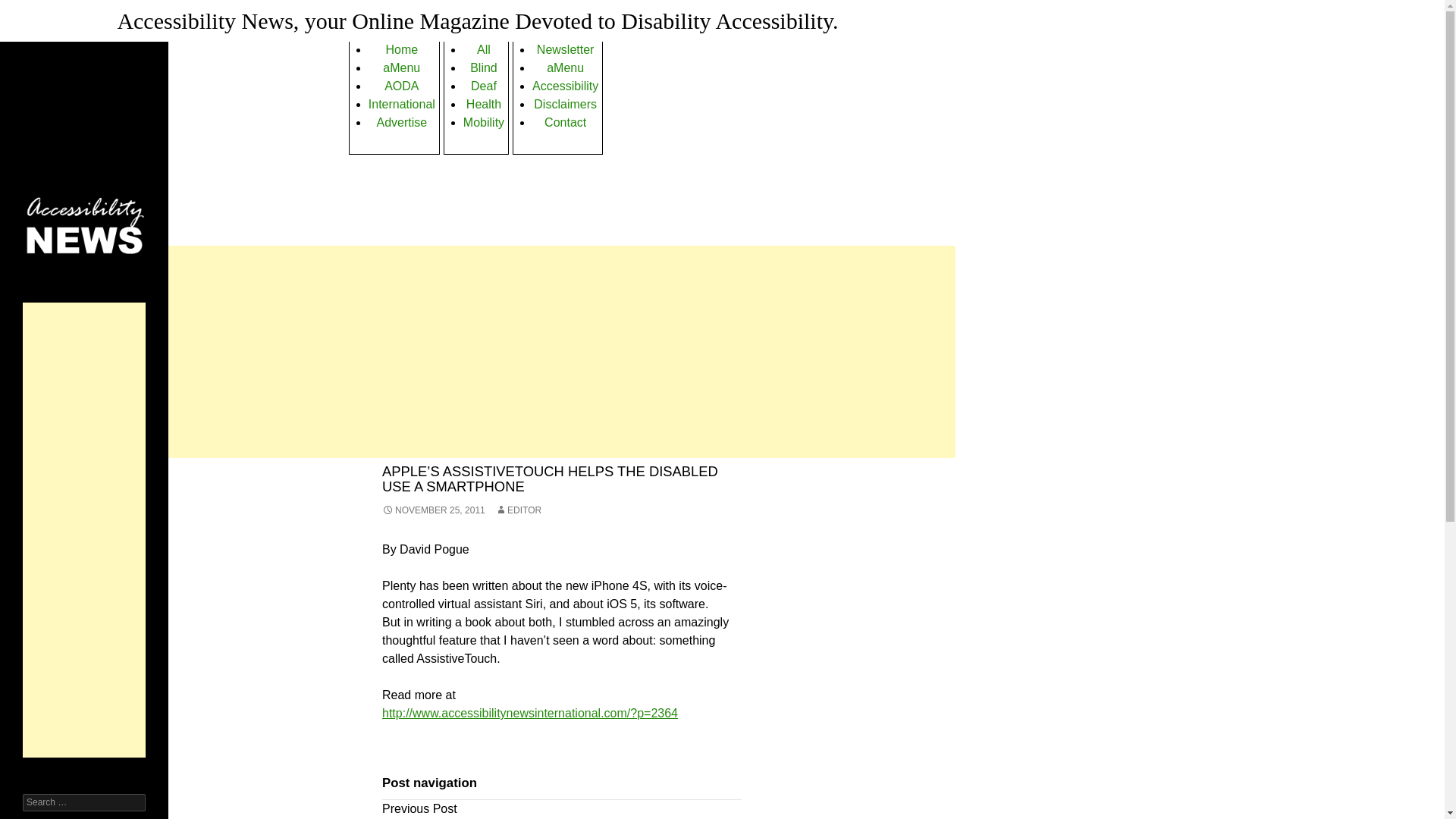 This screenshot has width=1456, height=819. Describe the element at coordinates (401, 67) in the screenshot. I see `'aMenu'` at that location.